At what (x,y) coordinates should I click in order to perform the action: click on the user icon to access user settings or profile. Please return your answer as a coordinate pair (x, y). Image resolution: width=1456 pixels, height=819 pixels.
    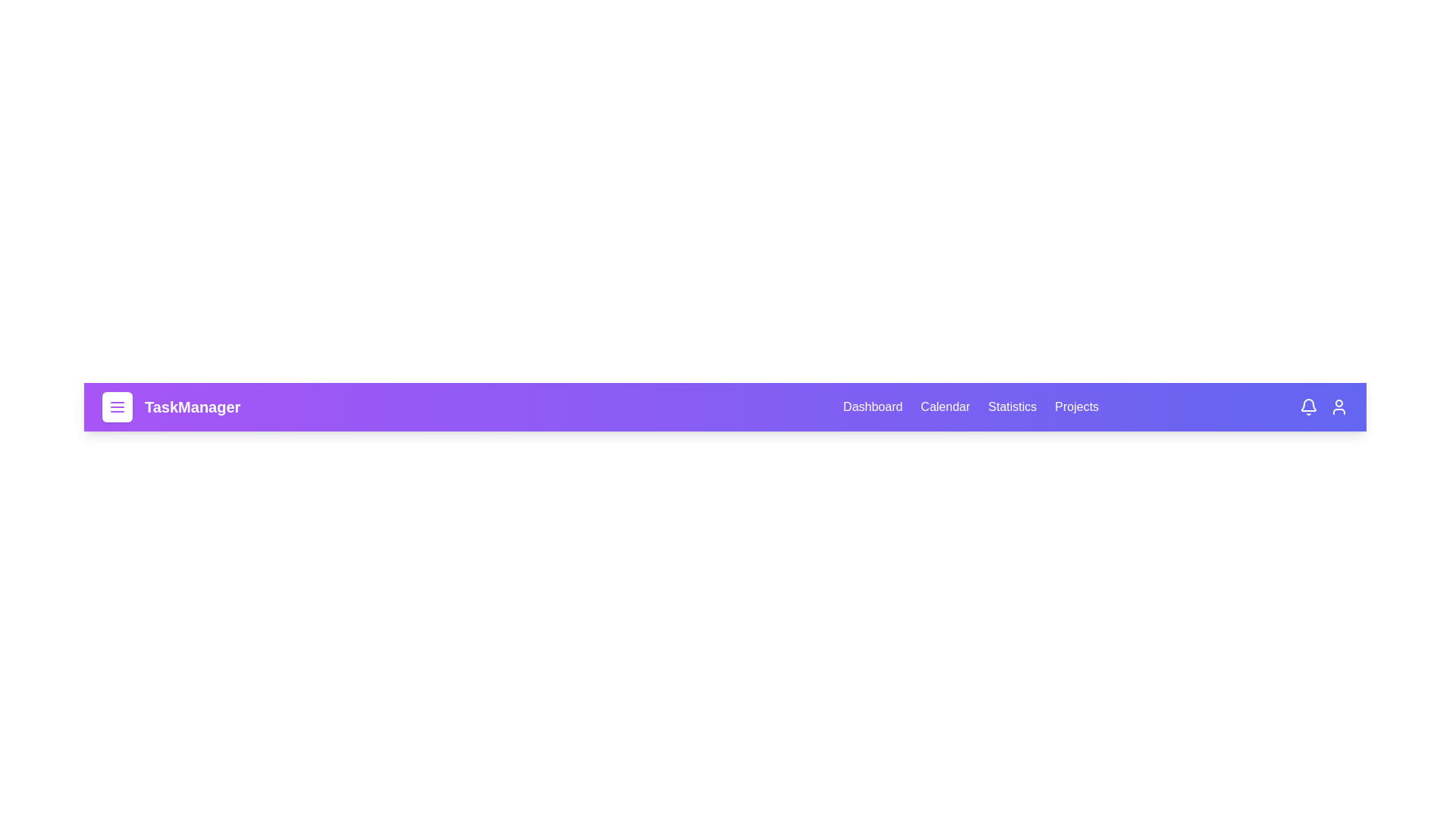
    Looking at the image, I should click on (1339, 406).